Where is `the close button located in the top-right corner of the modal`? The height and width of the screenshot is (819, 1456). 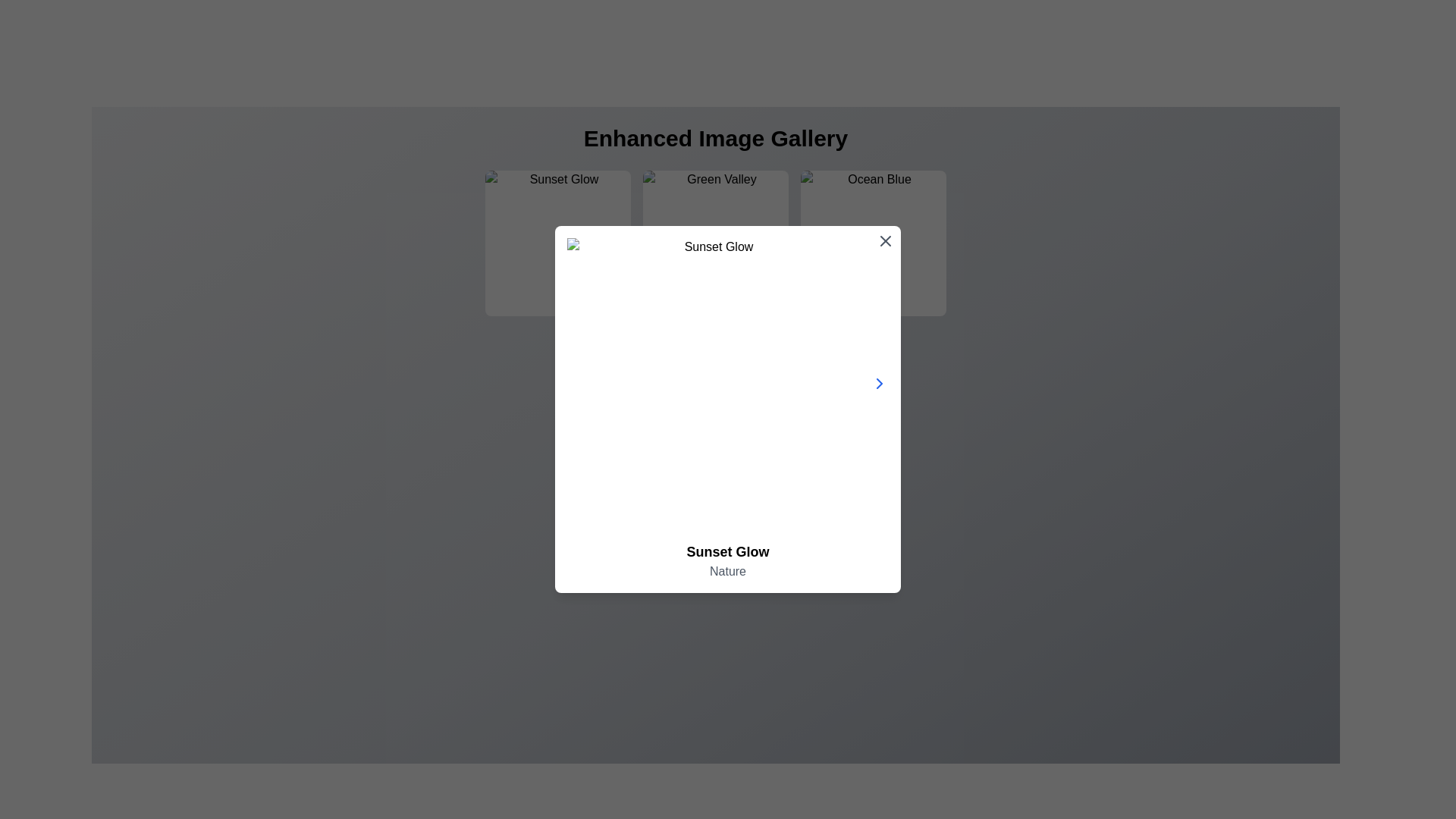
the close button located in the top-right corner of the modal is located at coordinates (885, 240).